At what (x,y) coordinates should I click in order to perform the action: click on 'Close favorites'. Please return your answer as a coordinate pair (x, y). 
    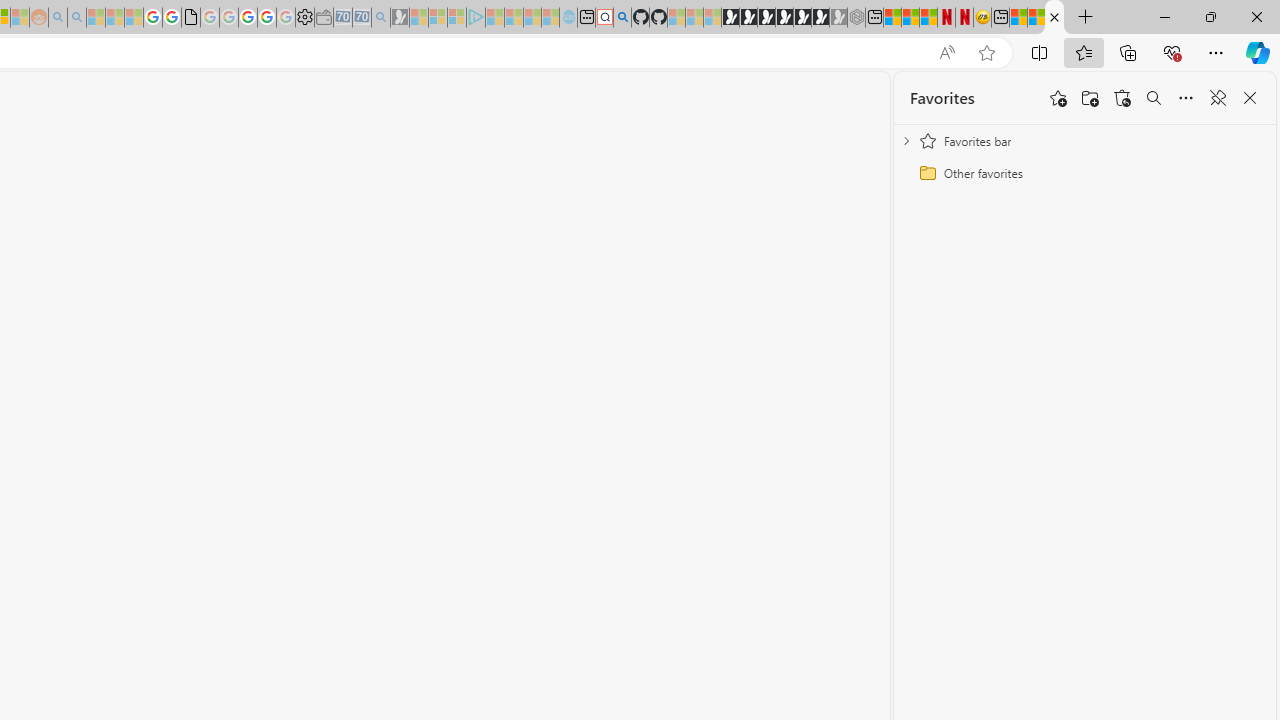
    Looking at the image, I should click on (1249, 98).